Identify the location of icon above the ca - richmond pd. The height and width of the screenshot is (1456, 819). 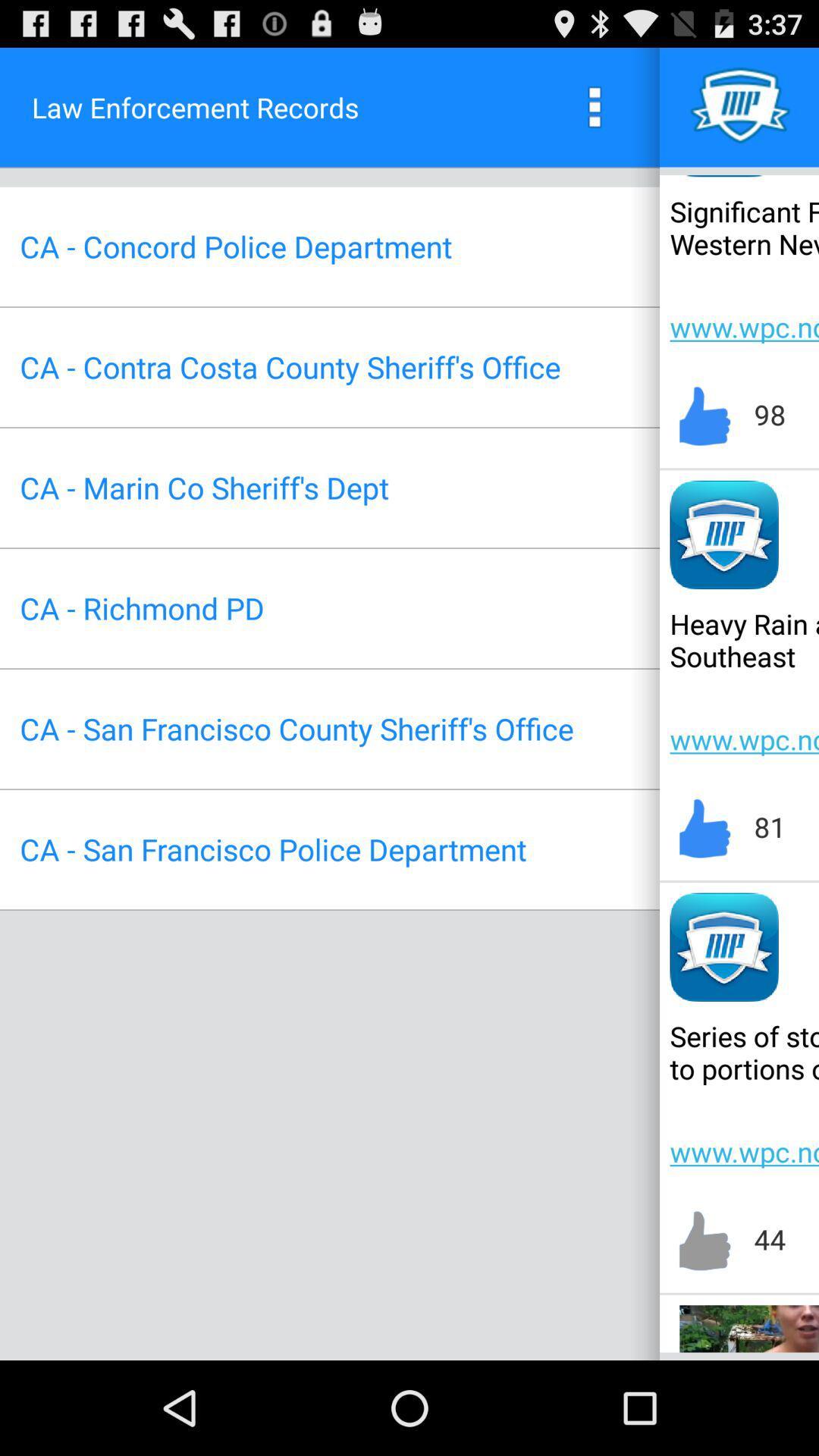
(203, 488).